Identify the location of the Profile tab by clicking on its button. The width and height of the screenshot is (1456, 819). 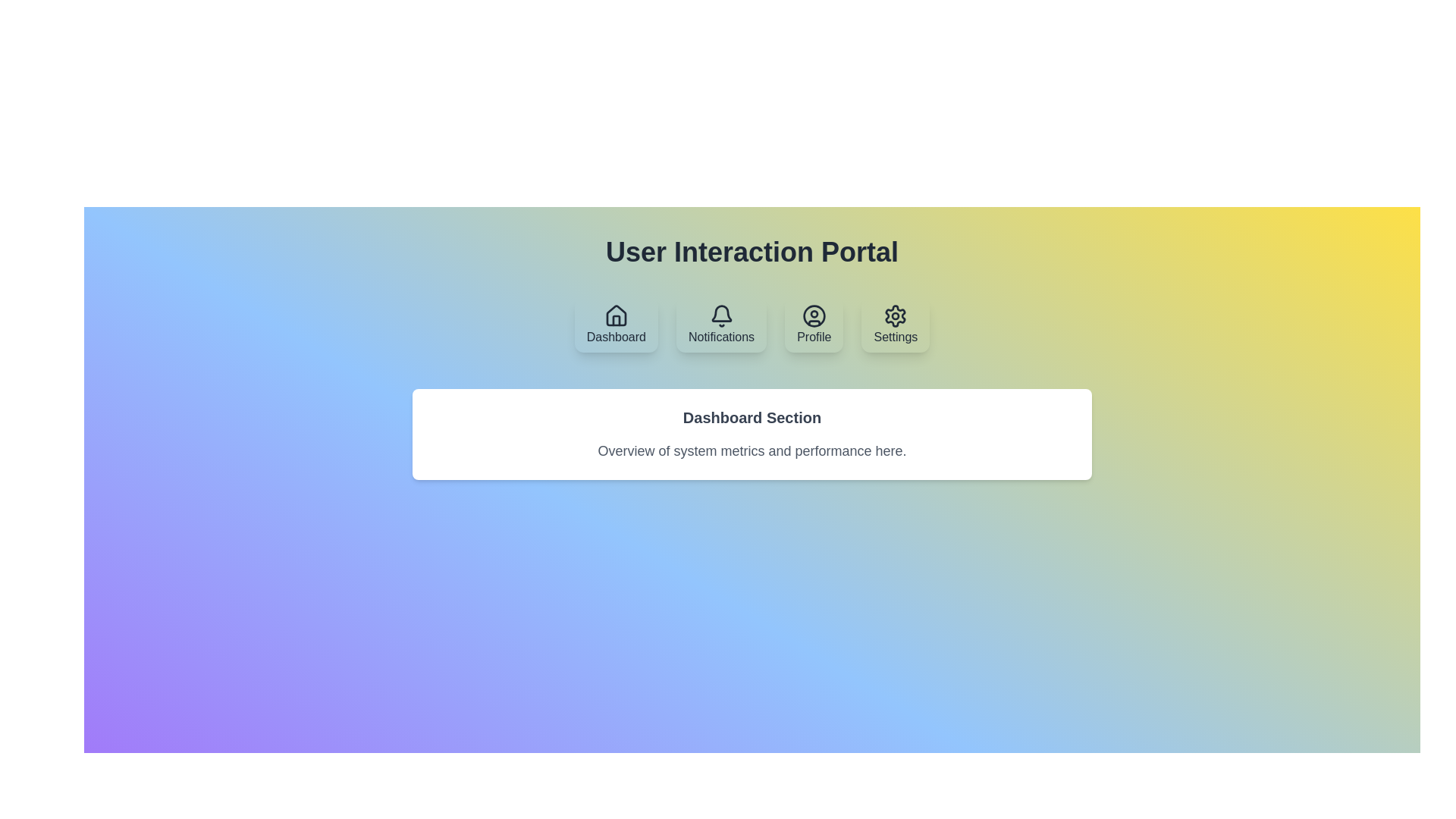
(813, 324).